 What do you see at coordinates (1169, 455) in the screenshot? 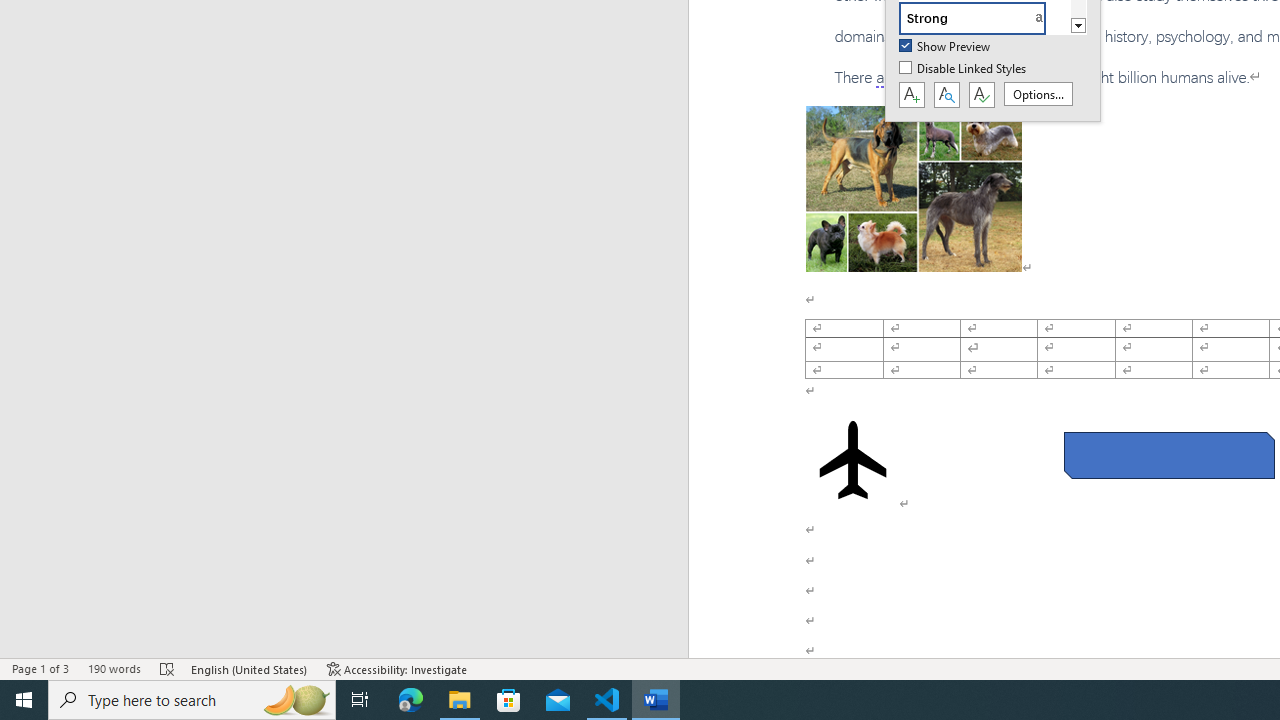
I see `'Rectangle: Diagonal Corners Snipped 2'` at bounding box center [1169, 455].